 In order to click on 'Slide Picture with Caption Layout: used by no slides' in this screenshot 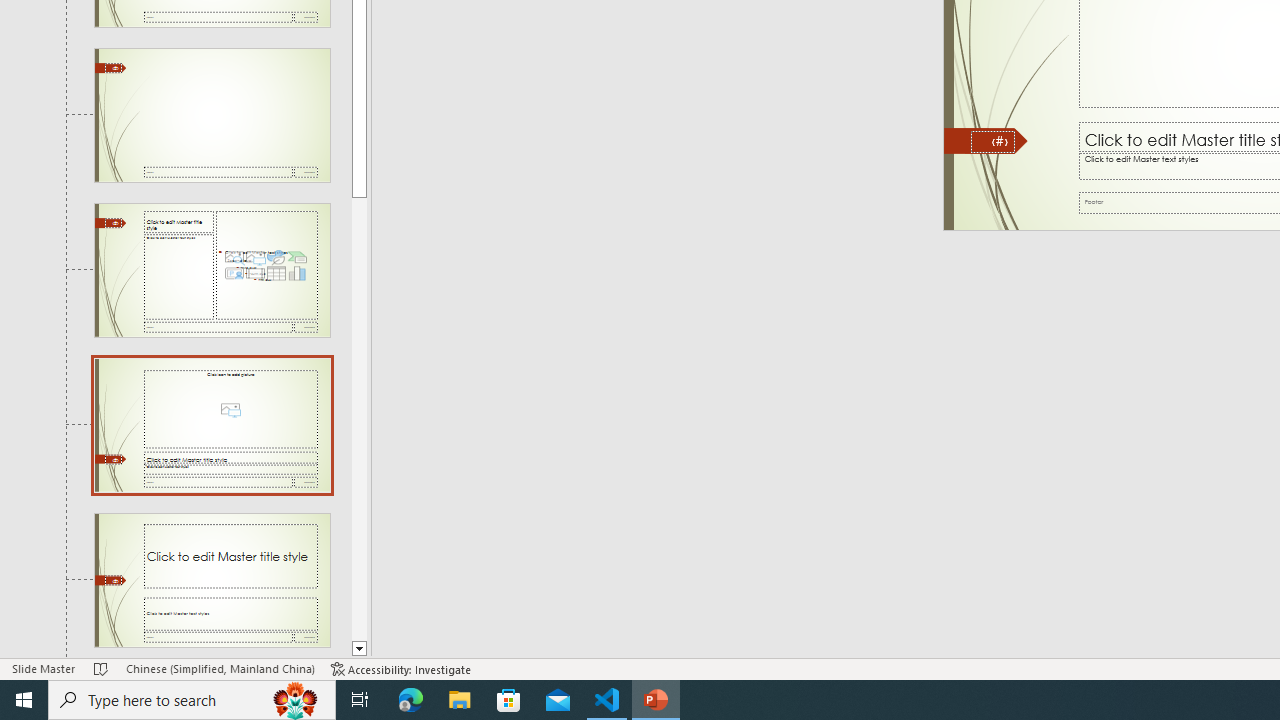, I will do `click(212, 424)`.